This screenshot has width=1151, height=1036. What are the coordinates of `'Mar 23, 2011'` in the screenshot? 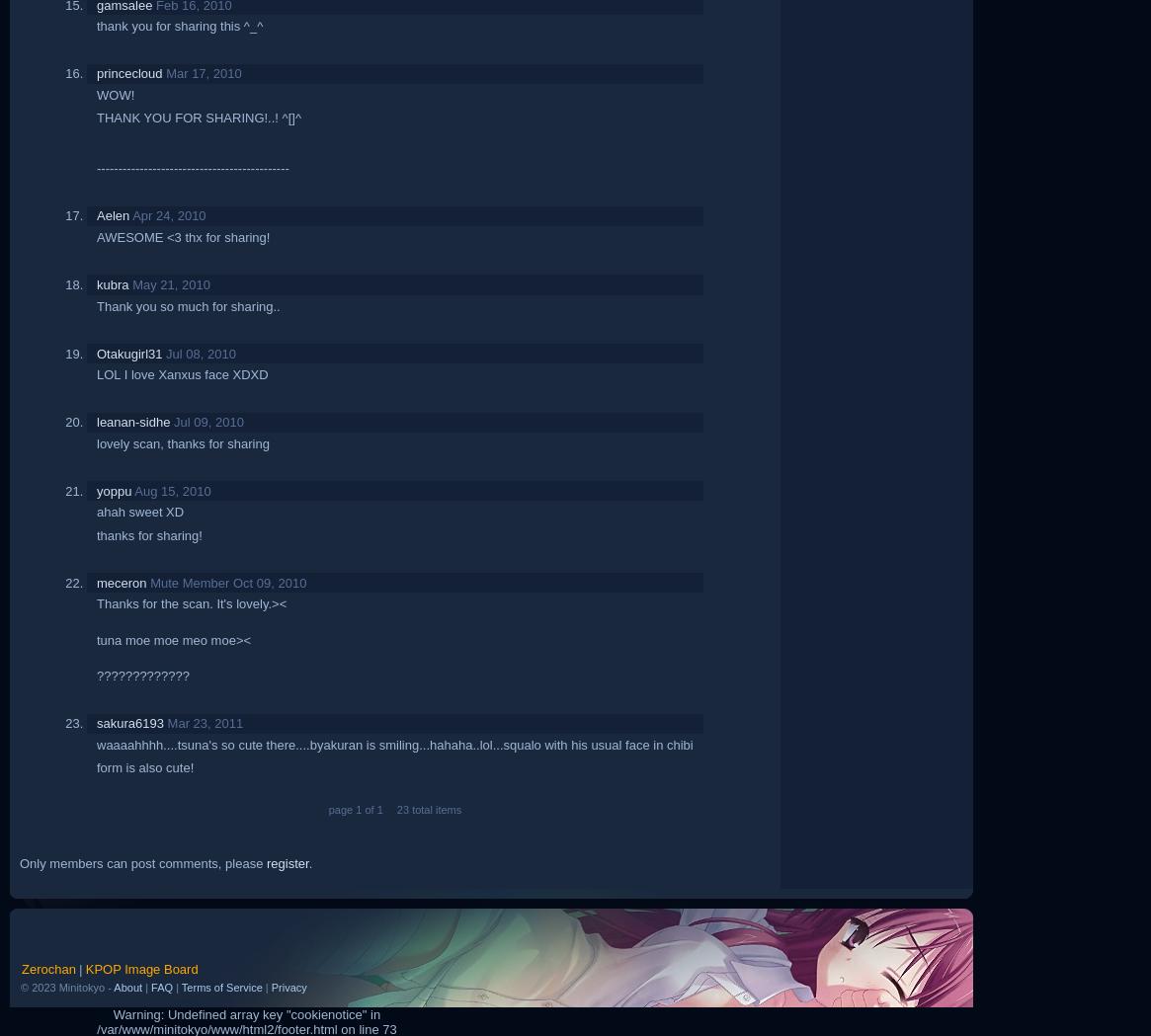 It's located at (166, 722).